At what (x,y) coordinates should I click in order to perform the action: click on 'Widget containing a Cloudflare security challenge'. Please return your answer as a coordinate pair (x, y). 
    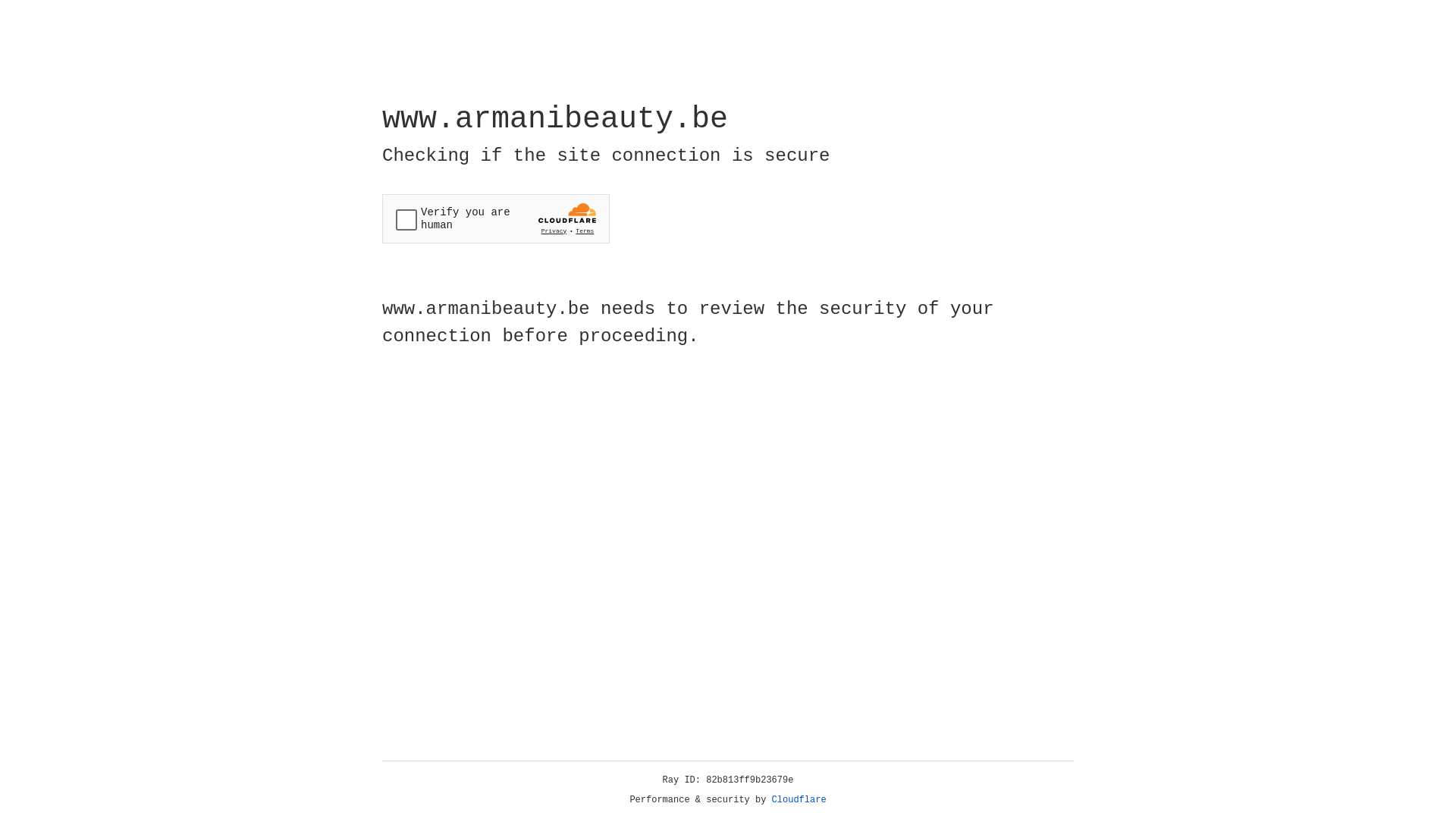
    Looking at the image, I should click on (495, 218).